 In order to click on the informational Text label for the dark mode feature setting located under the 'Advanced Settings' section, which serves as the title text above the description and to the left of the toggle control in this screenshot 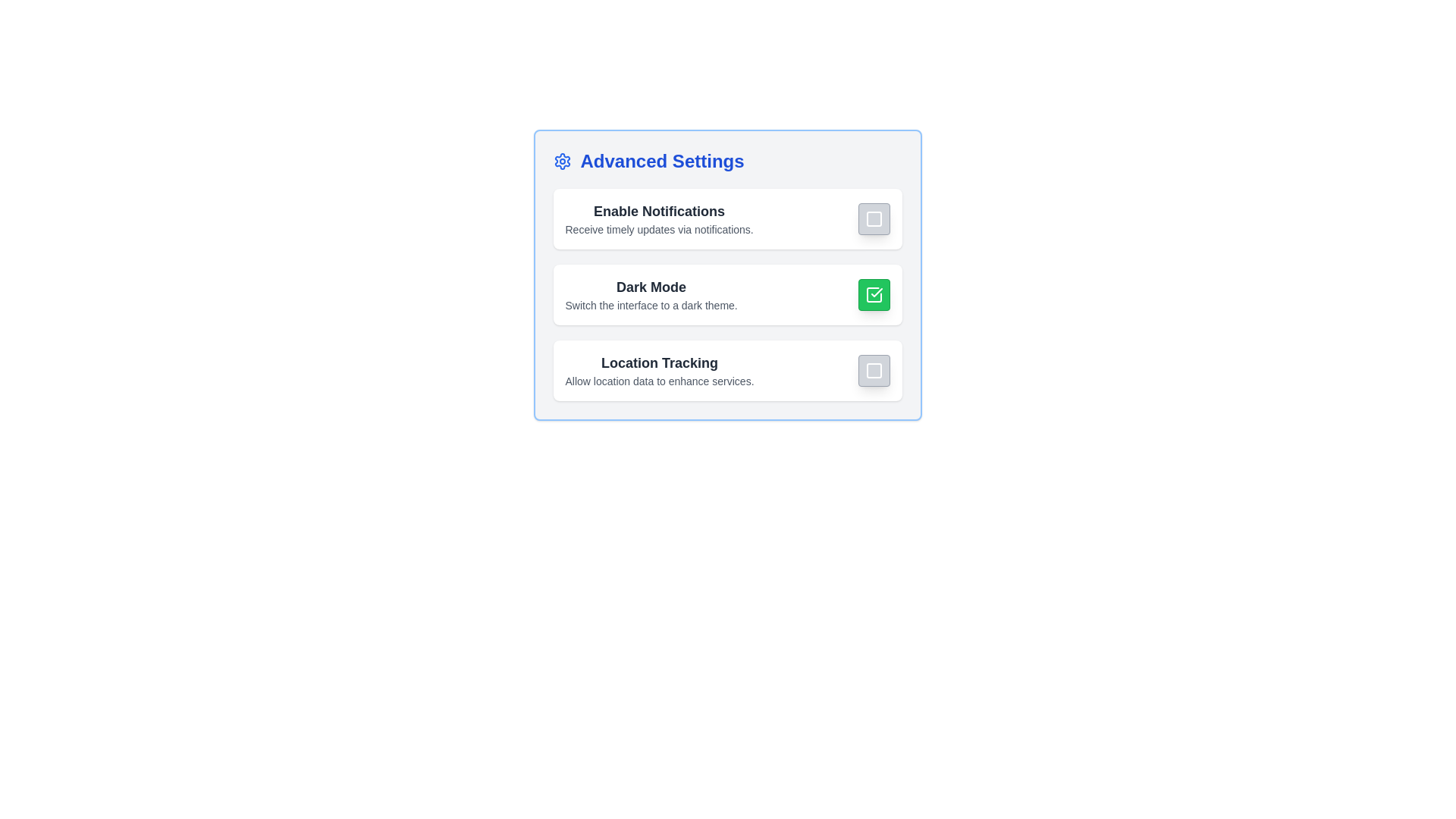, I will do `click(651, 287)`.